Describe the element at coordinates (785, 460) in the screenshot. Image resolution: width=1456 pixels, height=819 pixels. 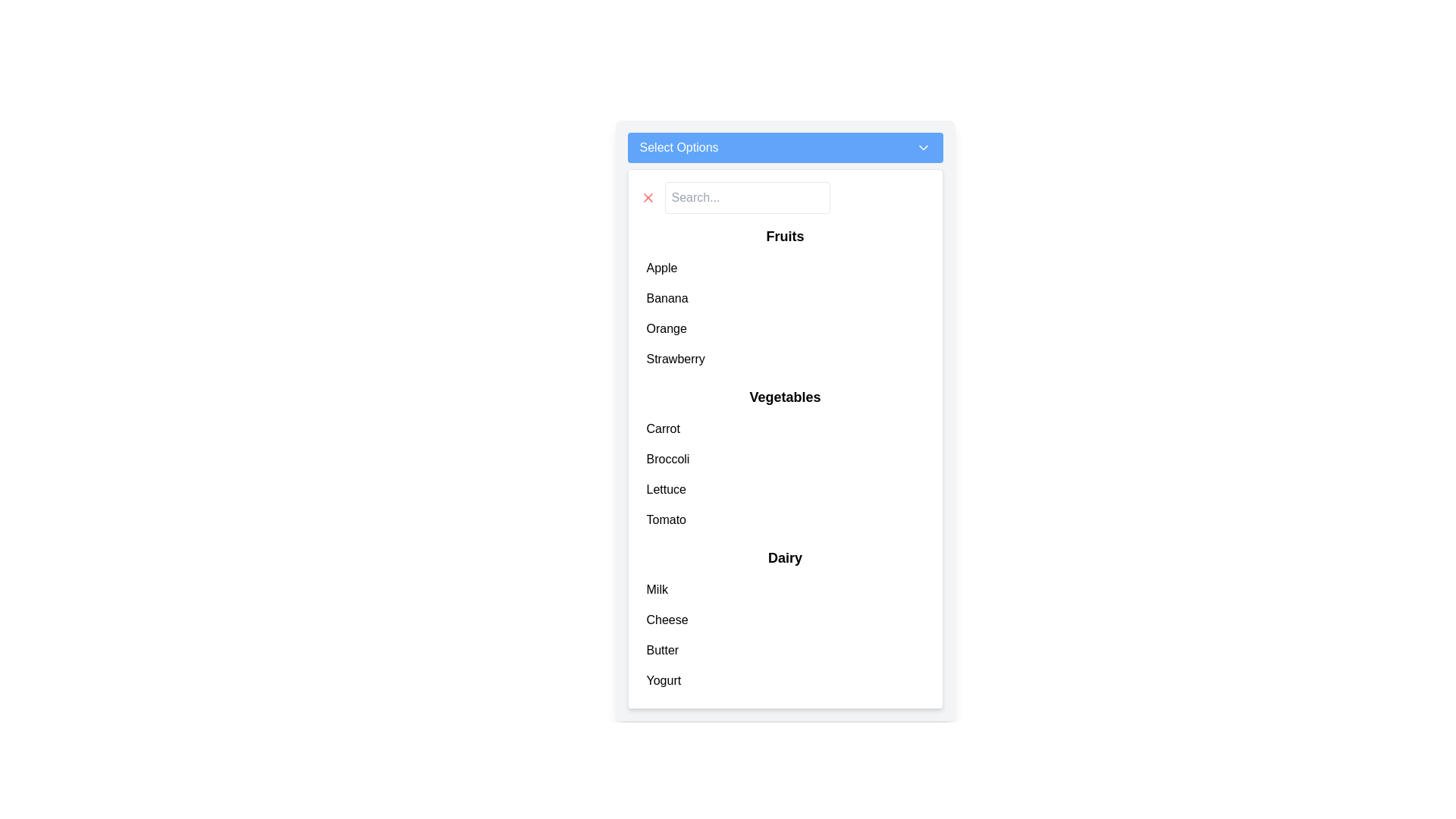
I see `an item within the 'Vegetables' category group, which is located centrally beneath the 'Fruits' section and above the 'Dairy' section` at that location.